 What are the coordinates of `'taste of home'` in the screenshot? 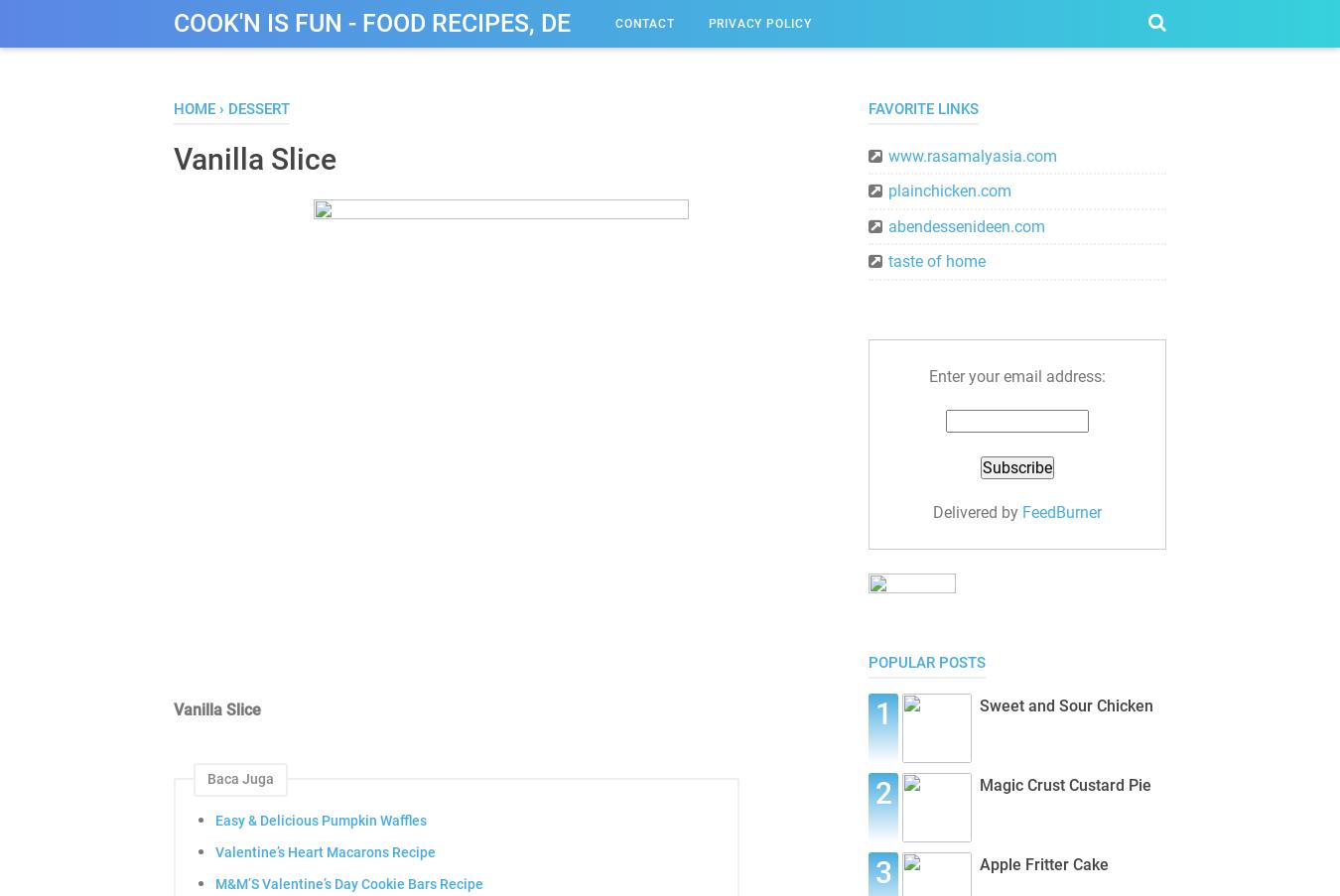 It's located at (936, 260).